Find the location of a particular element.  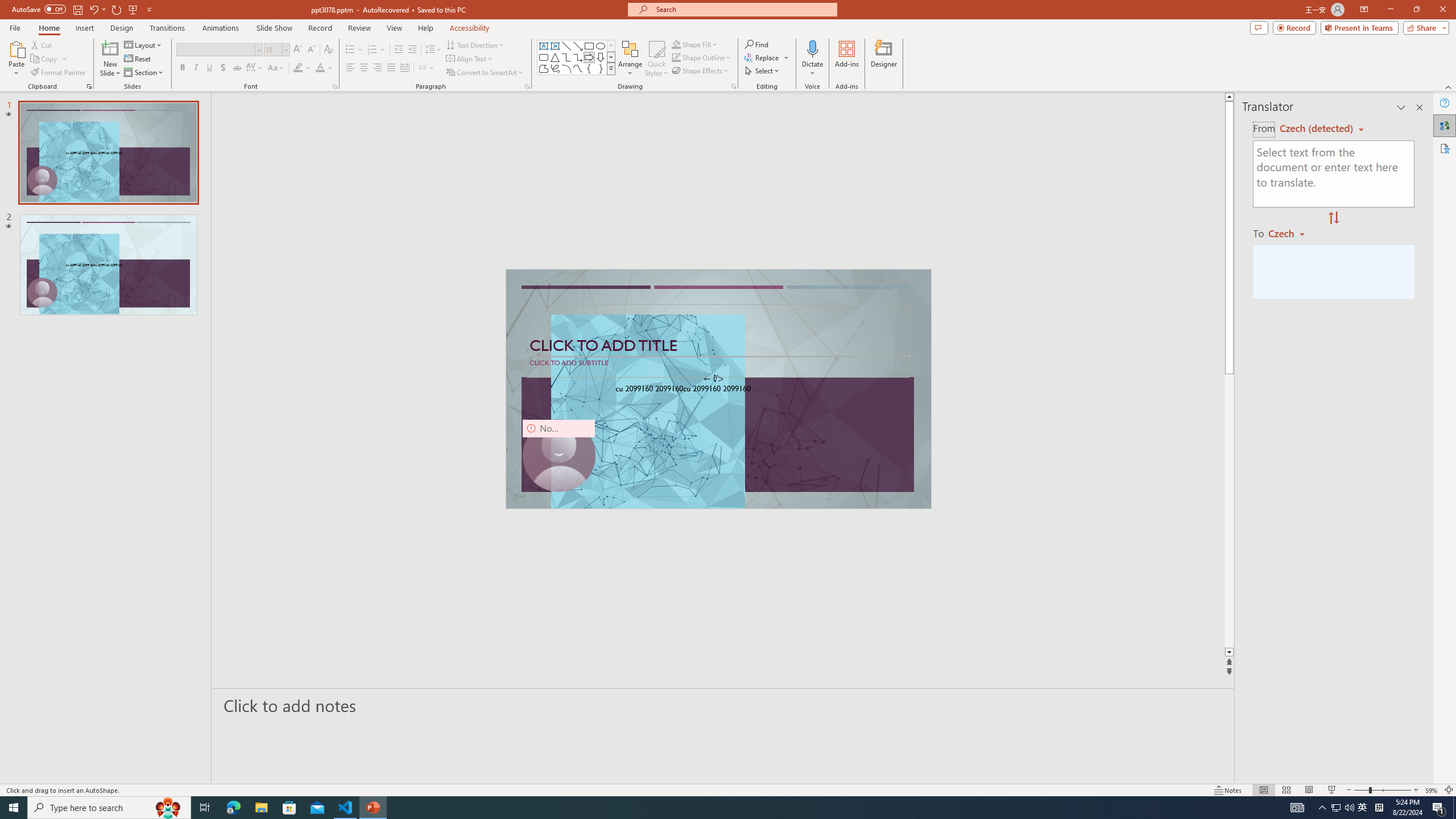

'Shape Outline Green, Accent 1' is located at coordinates (676, 56).